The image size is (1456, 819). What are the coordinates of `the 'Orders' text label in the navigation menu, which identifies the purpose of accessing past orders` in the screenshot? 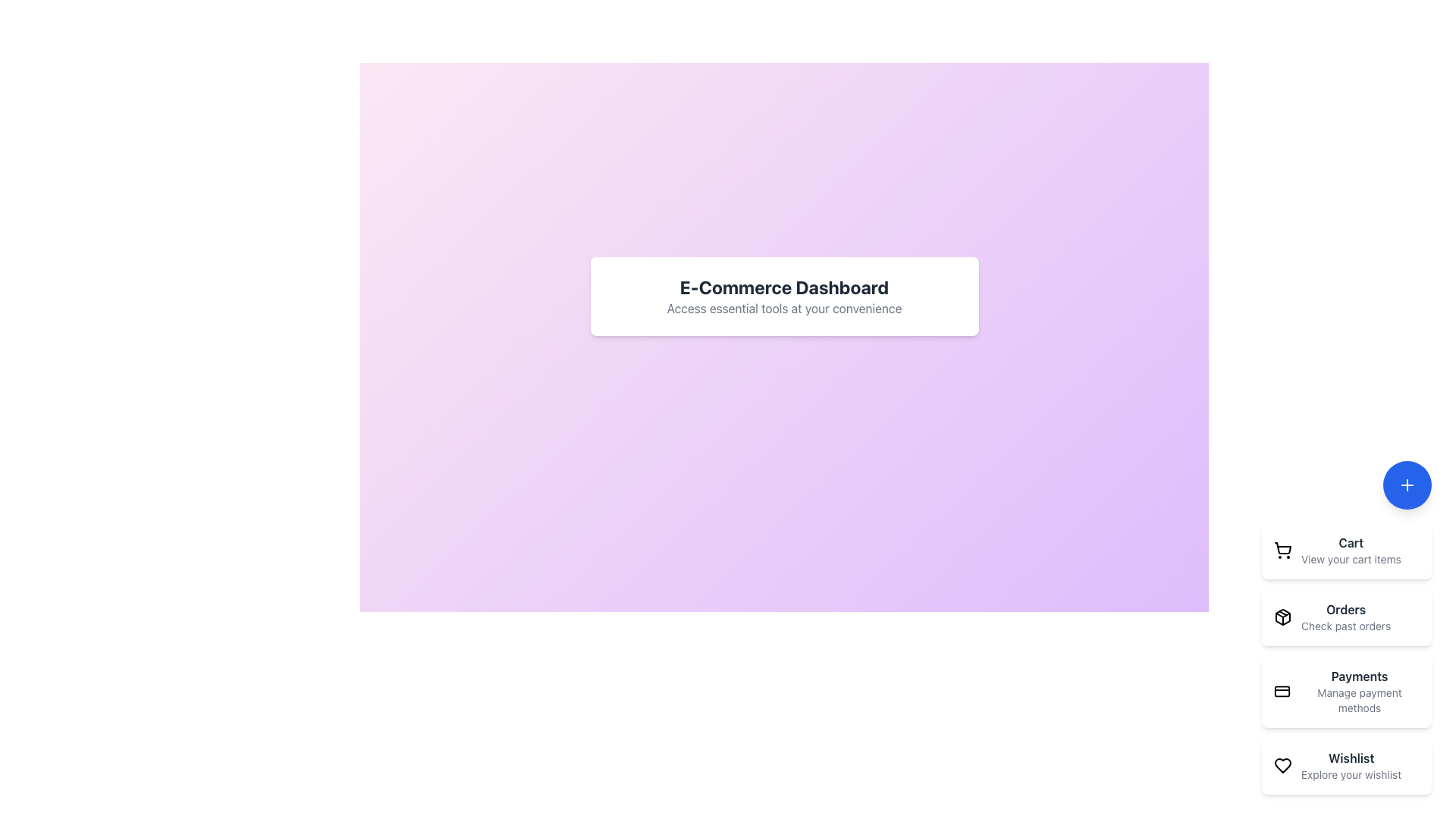 It's located at (1346, 608).